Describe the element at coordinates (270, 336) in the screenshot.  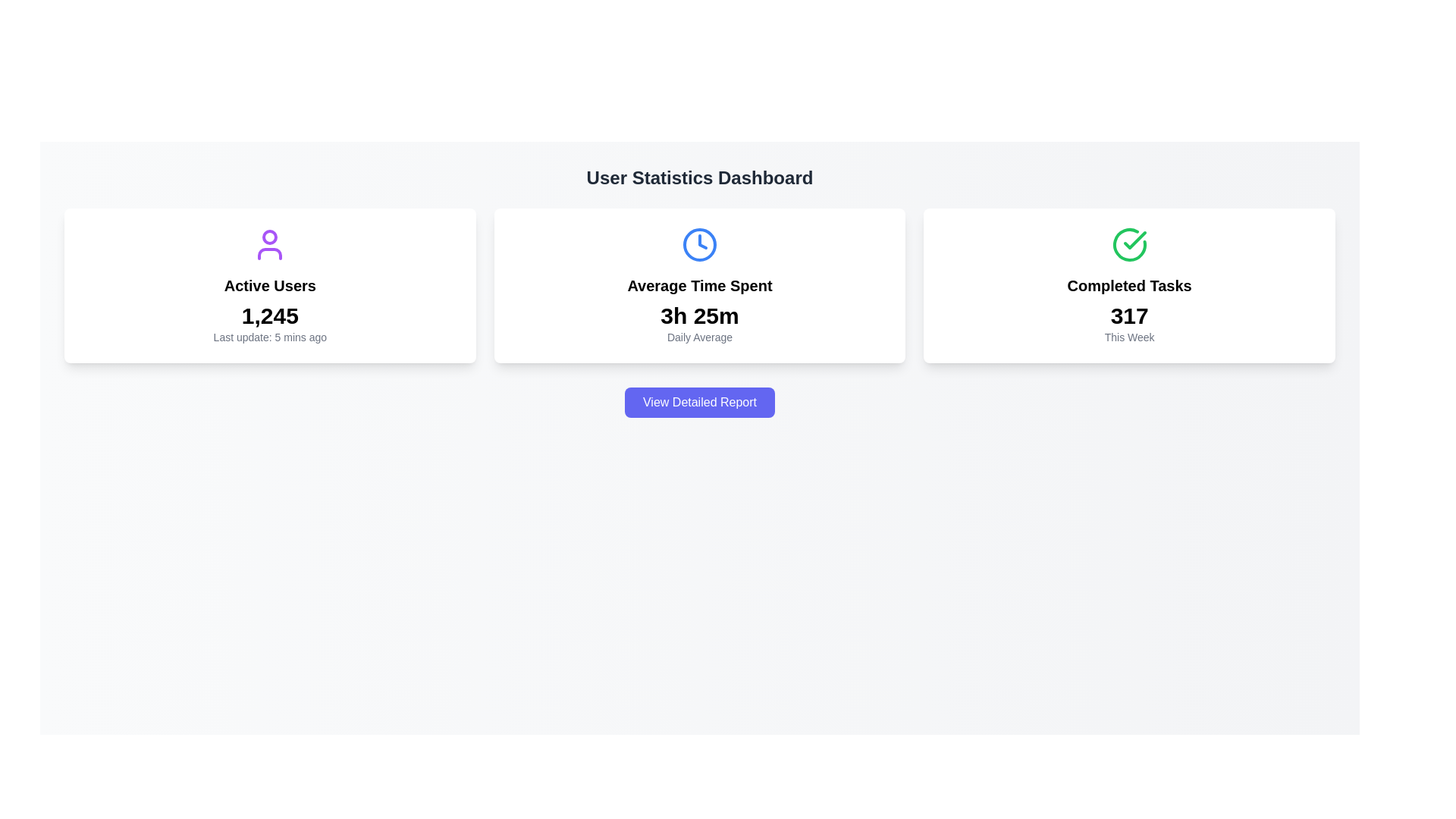
I see `the text label reading 'Last update: 5 mins ago', which is styled in small gray font and positioned below the number '1,245' in the left card` at that location.